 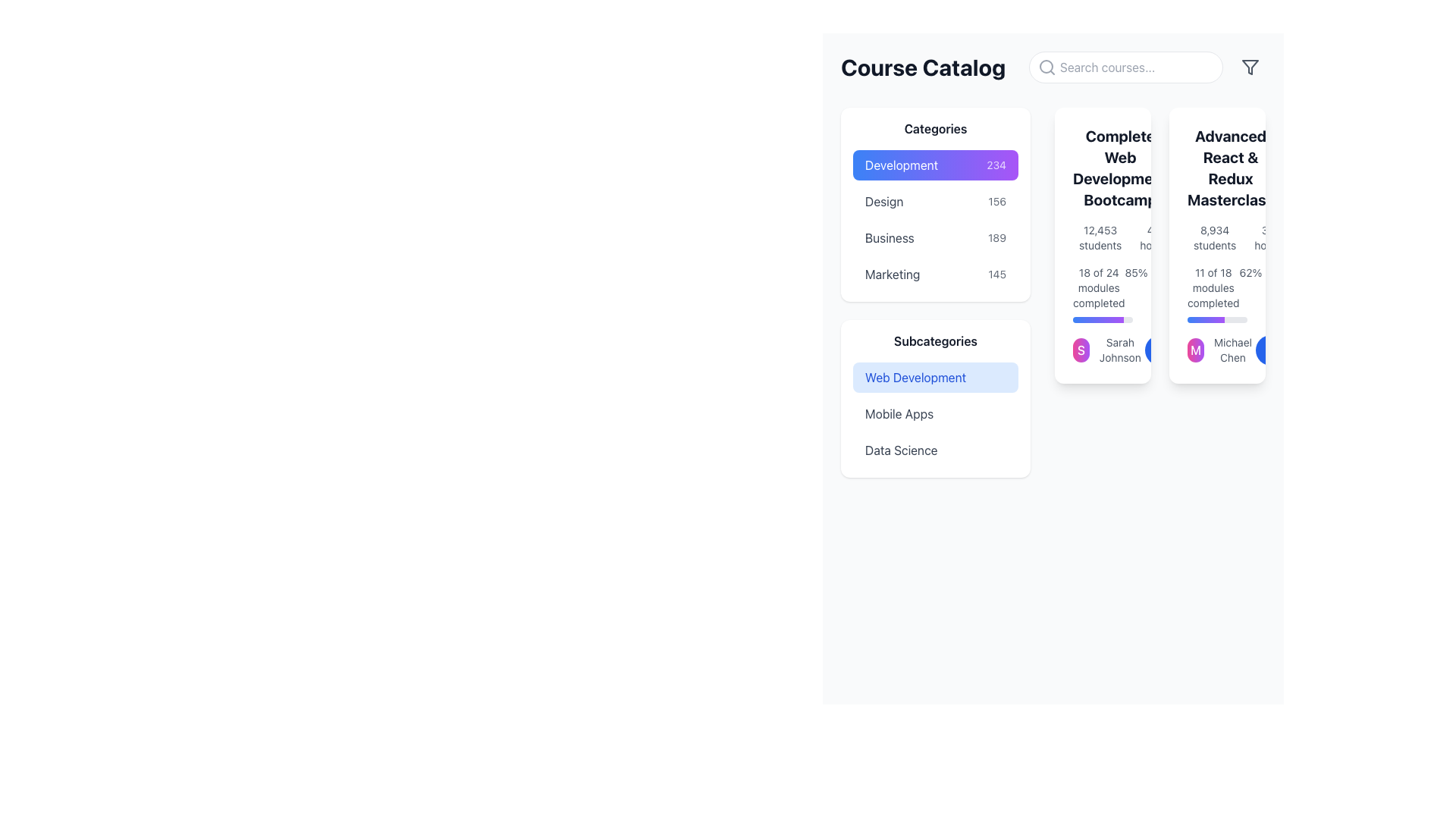 I want to click on the Information Display Component that shows '11 of 18 modules completed' and '62%', so click(x=1217, y=294).